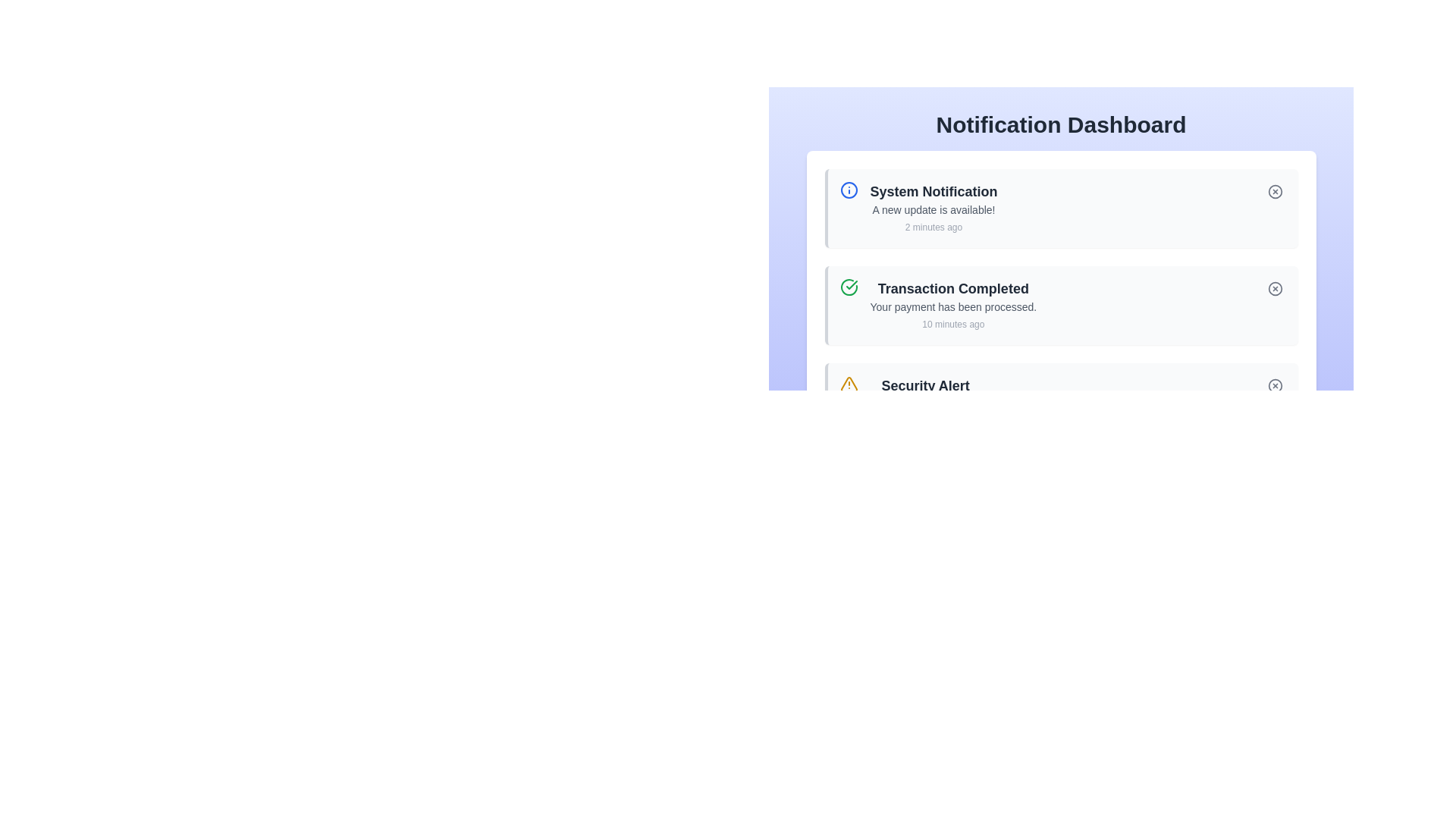 This screenshot has width=1456, height=819. Describe the element at coordinates (848, 189) in the screenshot. I see `the circular graphical component of the information icon located in the 'System Notification' by clicking on it for additional information` at that location.